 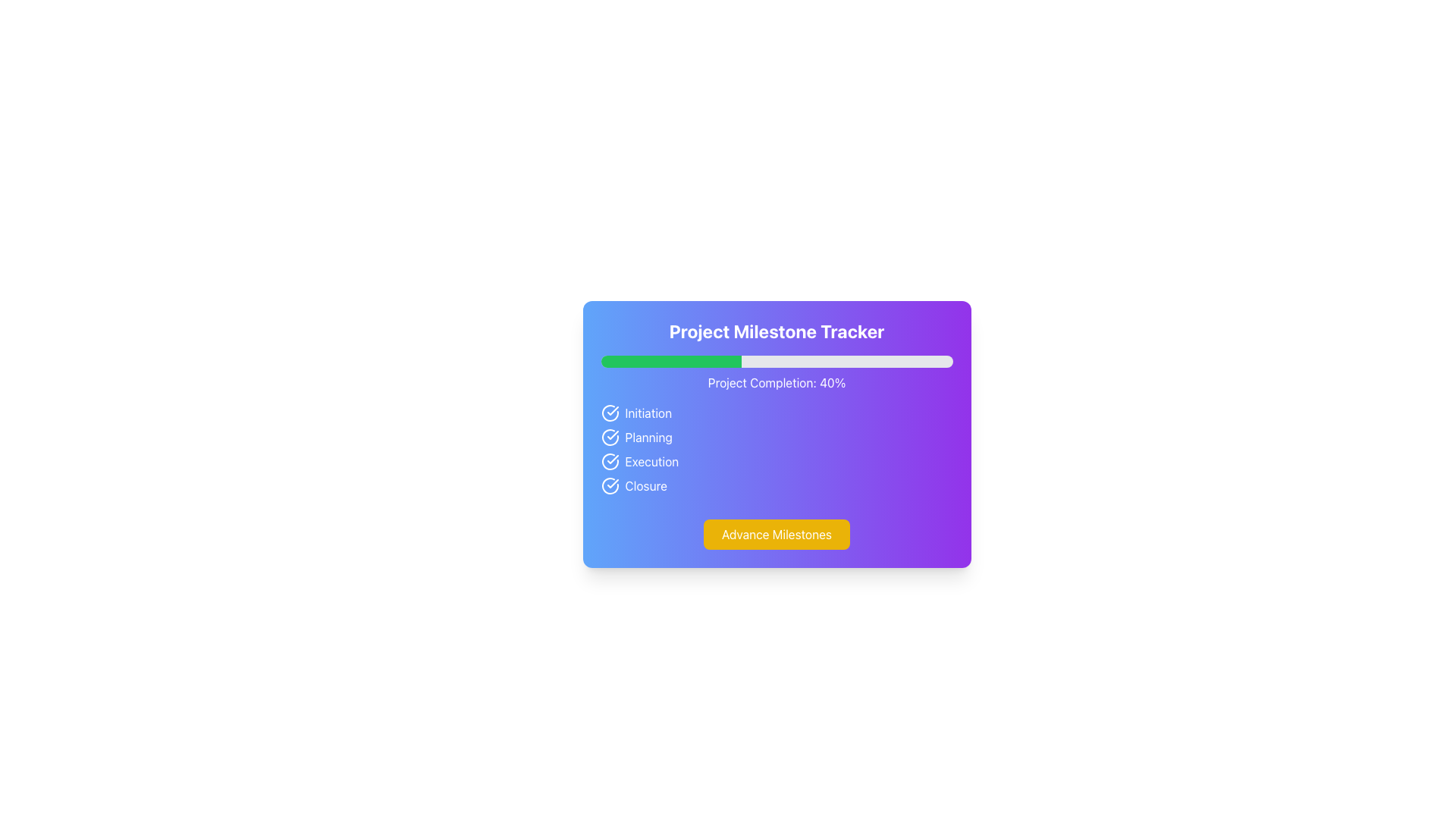 What do you see at coordinates (777, 362) in the screenshot?
I see `the Progress bar that visualizes 40% completion, located under 'Project Milestone Tracker' and above 'Project Completion: 40%'` at bounding box center [777, 362].